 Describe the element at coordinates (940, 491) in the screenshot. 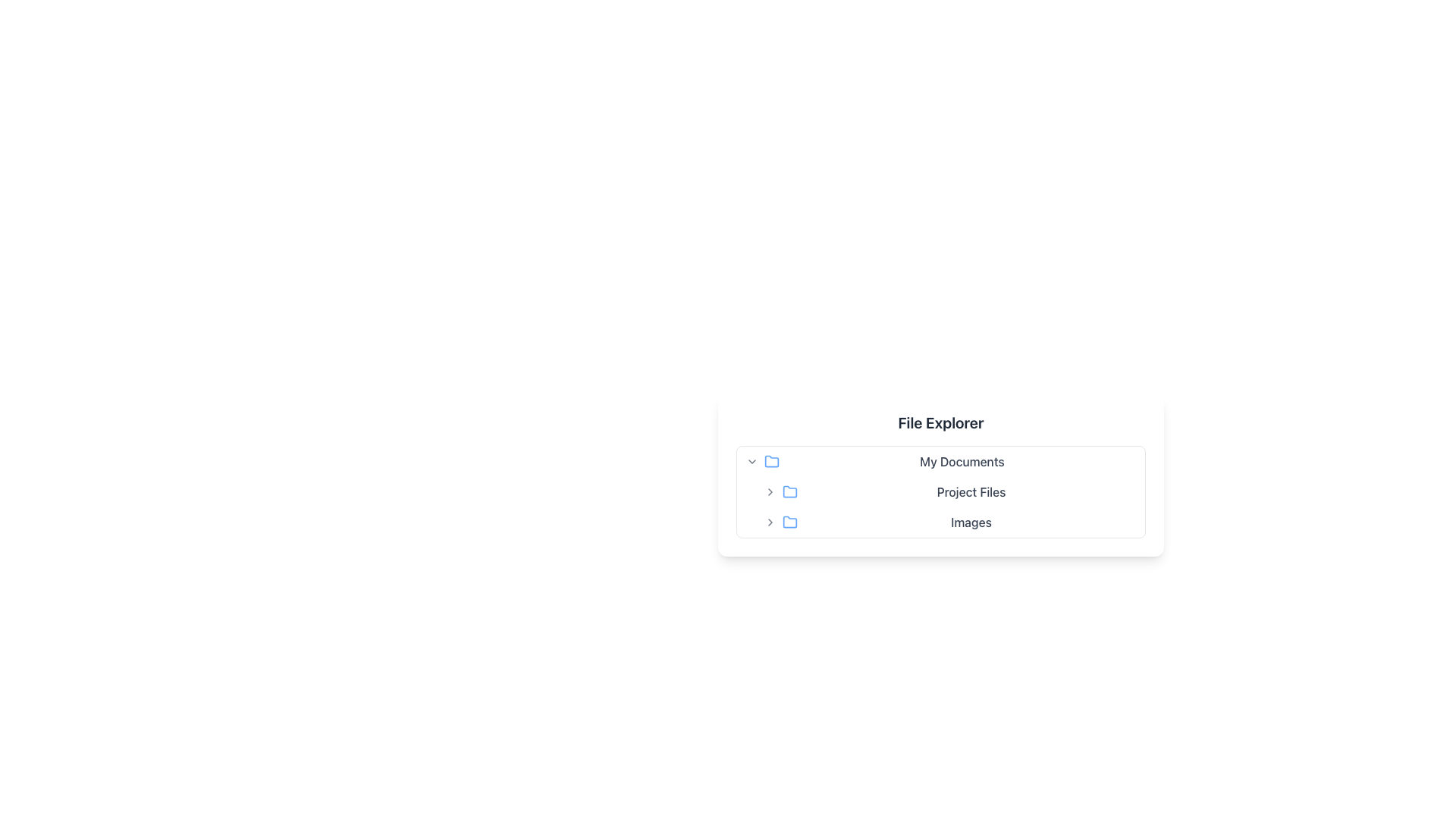

I see `the folder element in the file explorer, which is the second row item located between 'My Documents' and 'Images'` at that location.